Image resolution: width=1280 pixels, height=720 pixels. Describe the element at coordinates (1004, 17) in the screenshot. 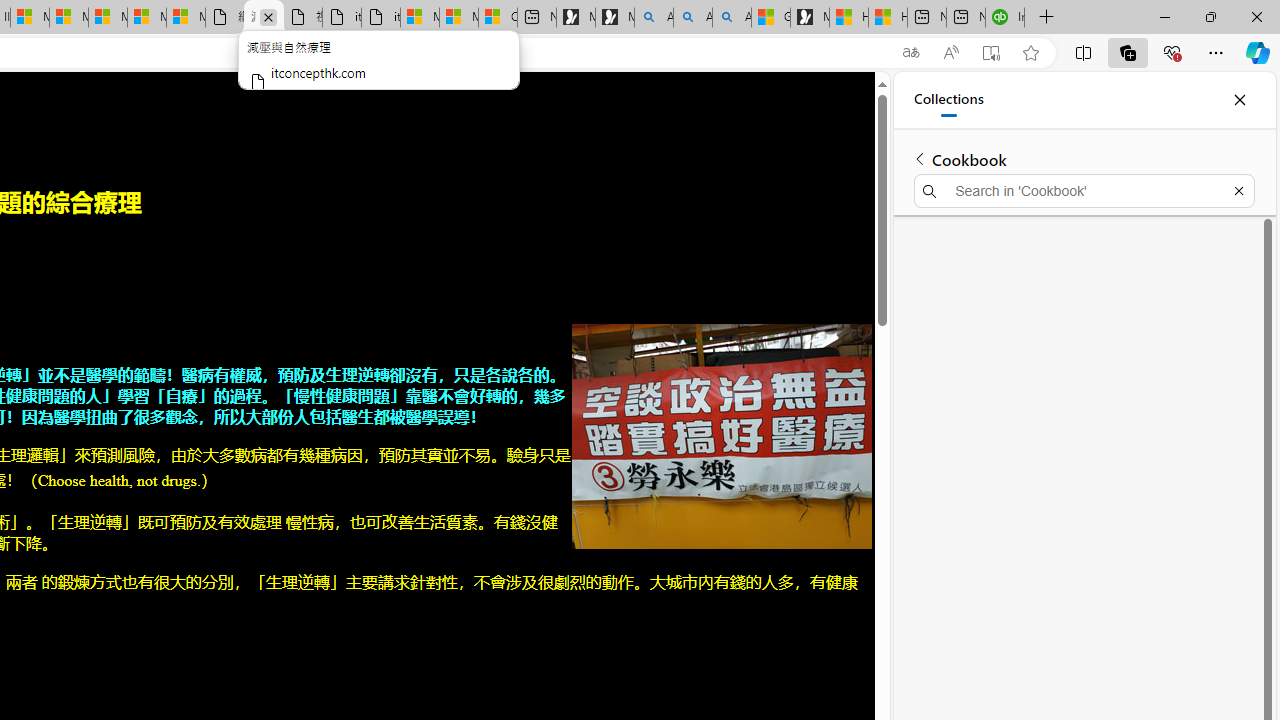

I see `'Intuit QuickBooks Online - Quickbooks'` at that location.